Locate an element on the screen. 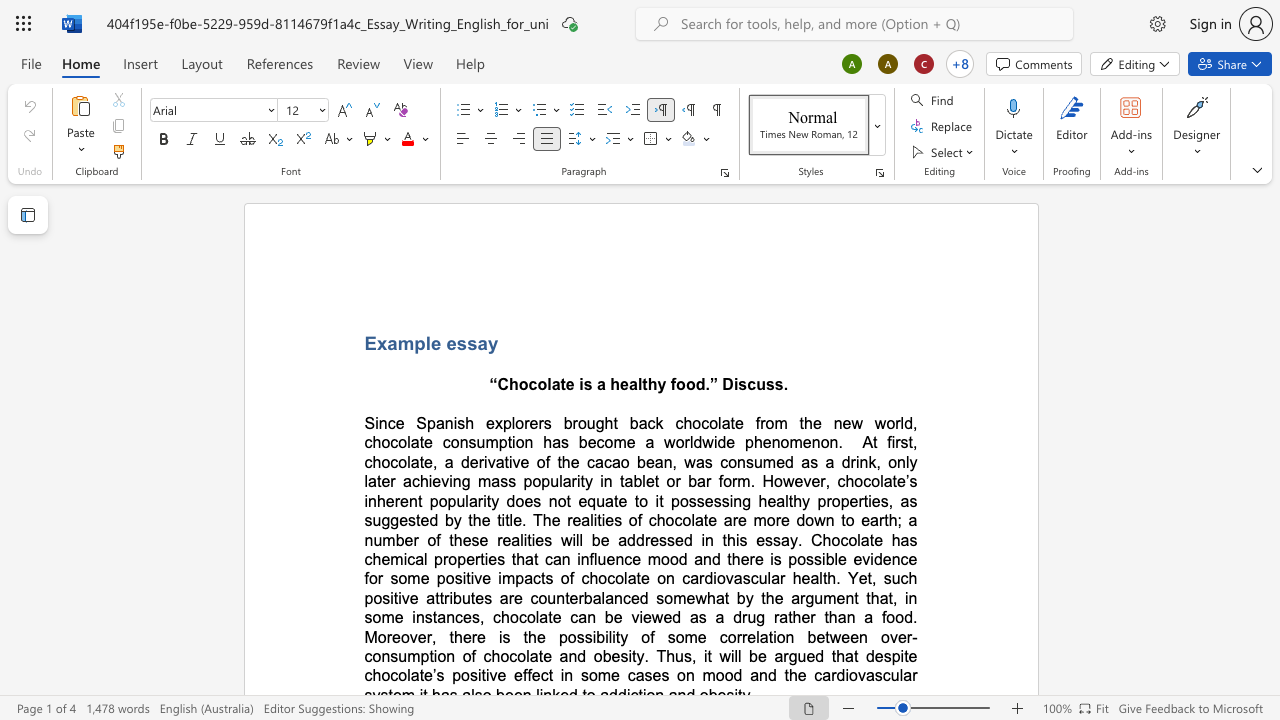 This screenshot has width=1280, height=720. the space between the continuous character "i" and "d" in the text is located at coordinates (875, 559).